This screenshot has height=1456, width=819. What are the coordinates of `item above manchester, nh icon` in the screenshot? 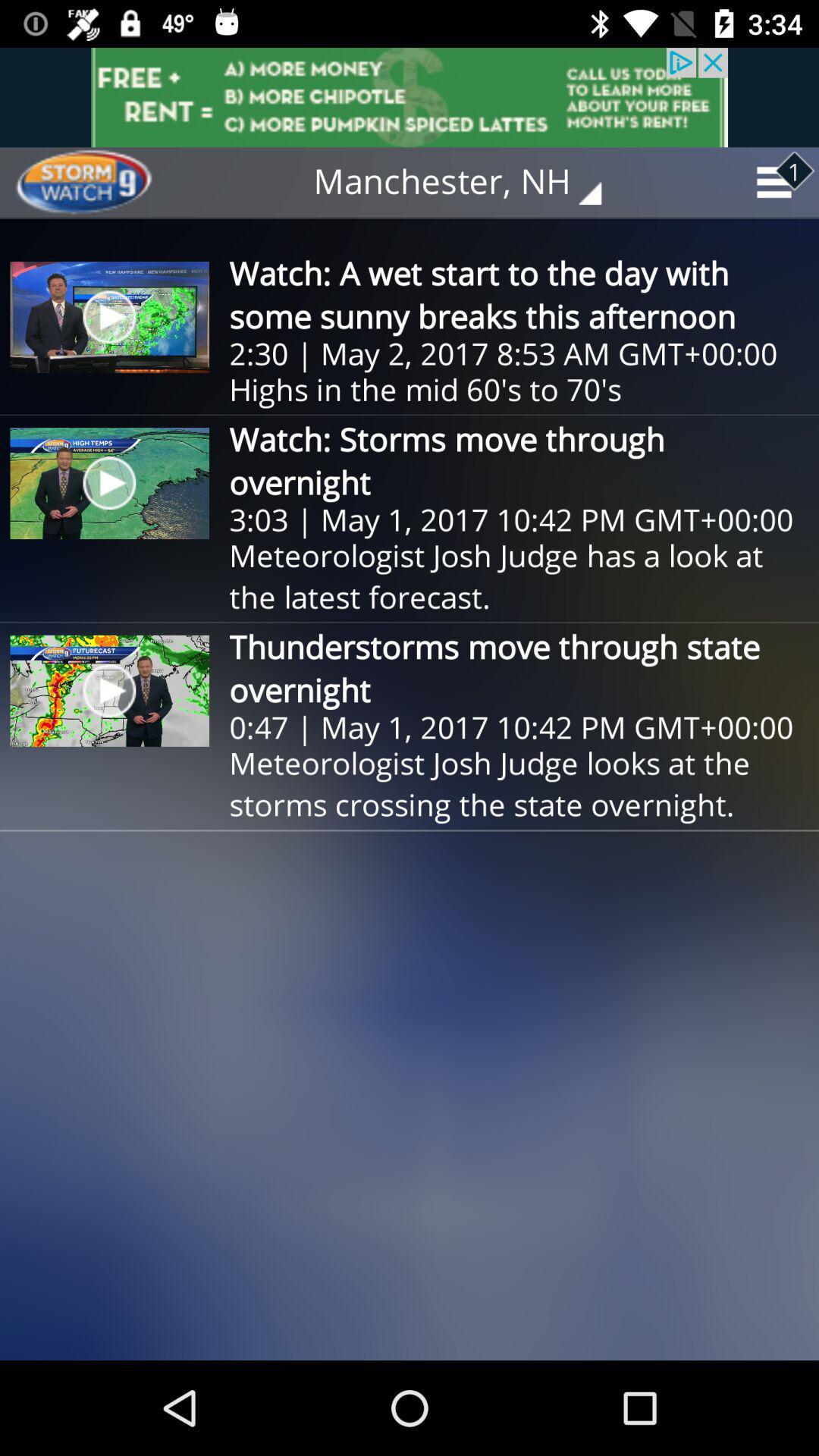 It's located at (409, 96).